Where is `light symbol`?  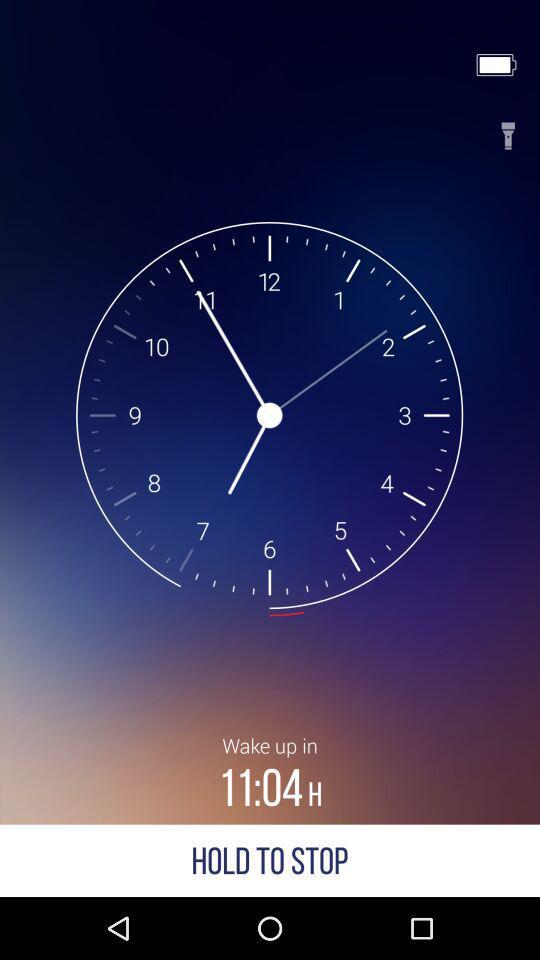 light symbol is located at coordinates (508, 129).